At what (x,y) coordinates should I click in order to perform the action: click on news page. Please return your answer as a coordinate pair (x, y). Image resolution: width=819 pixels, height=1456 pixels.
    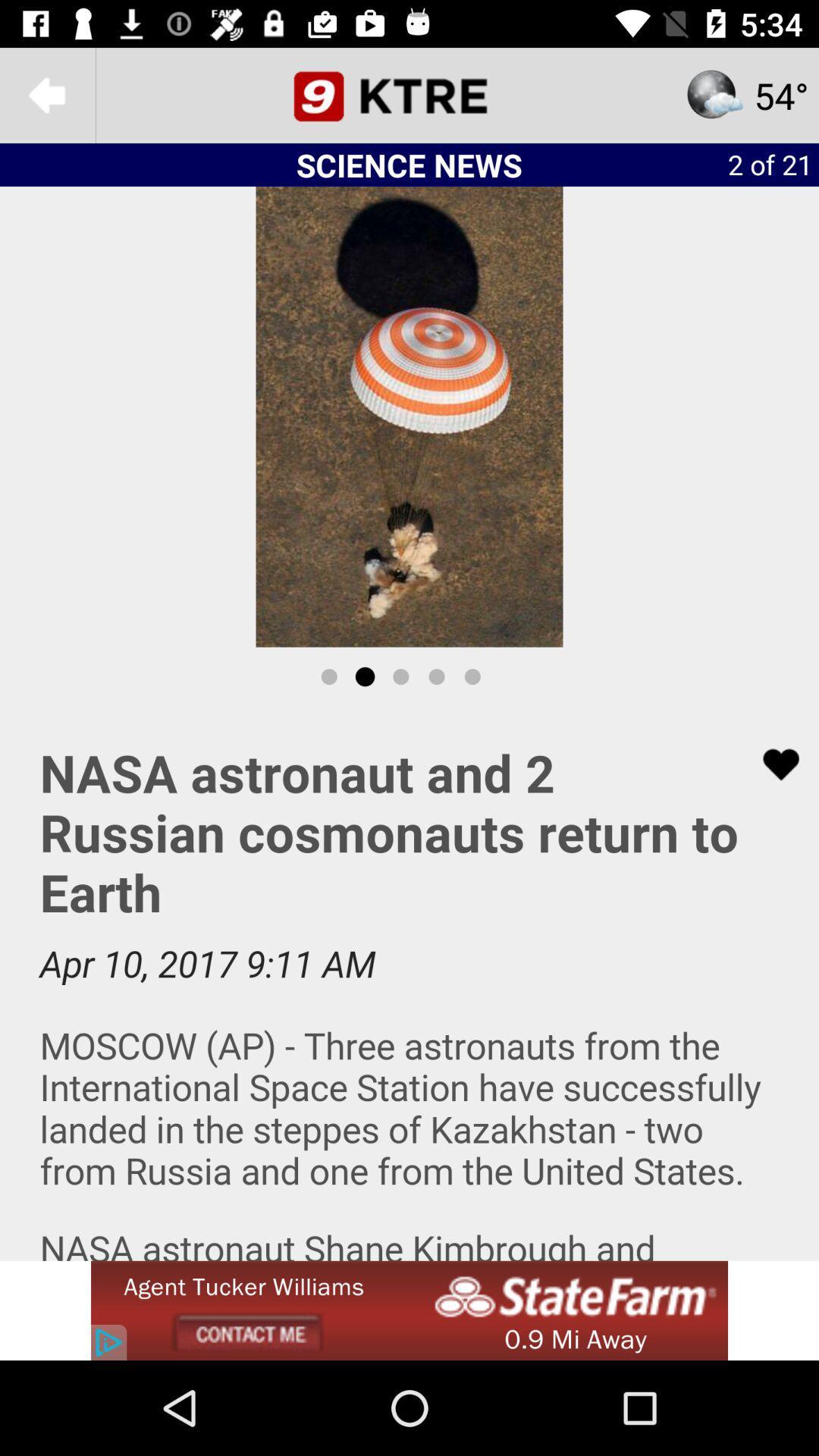
    Looking at the image, I should click on (409, 94).